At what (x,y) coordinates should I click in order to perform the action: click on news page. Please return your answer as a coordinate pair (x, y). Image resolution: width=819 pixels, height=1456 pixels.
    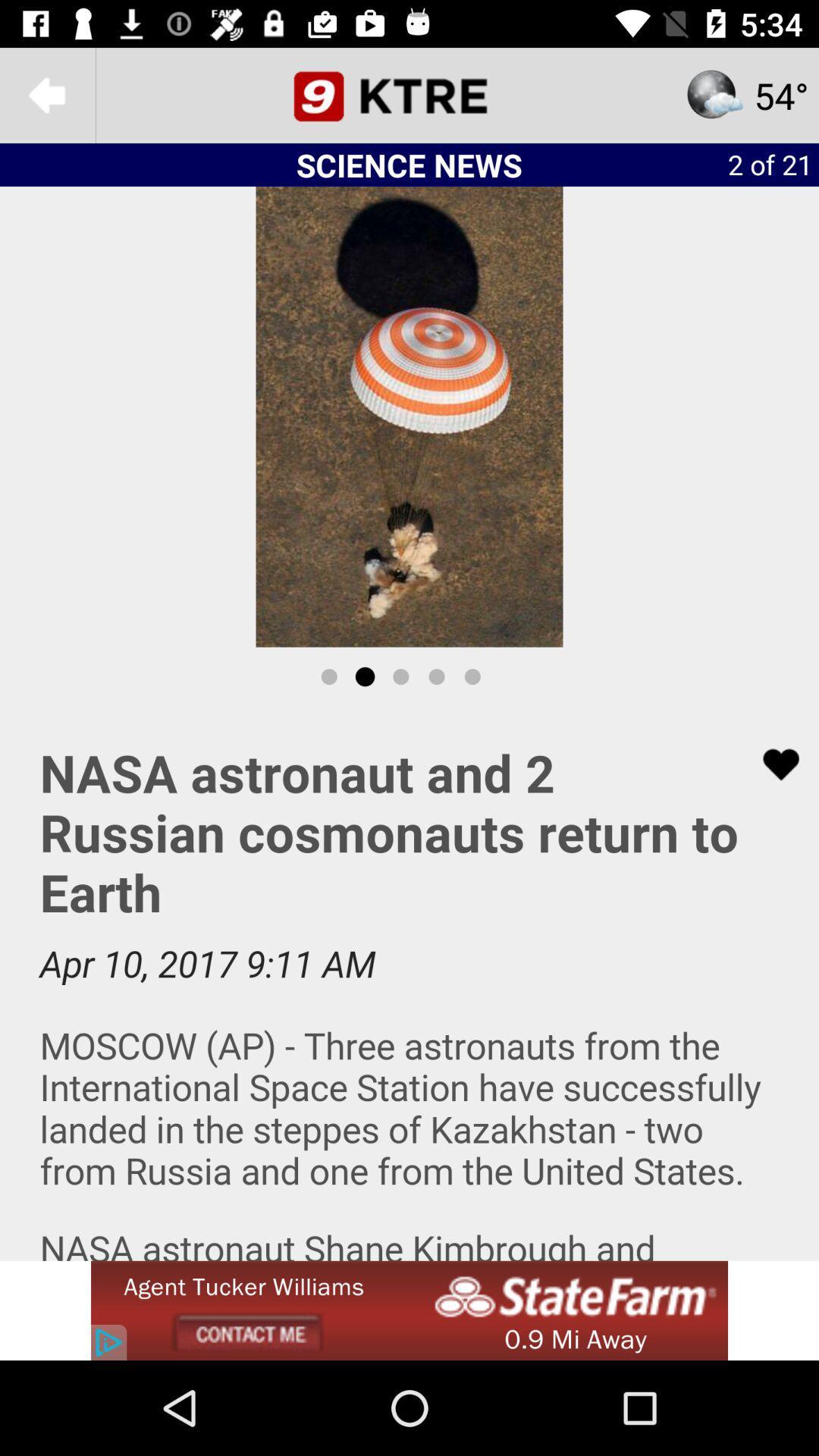
    Looking at the image, I should click on (409, 94).